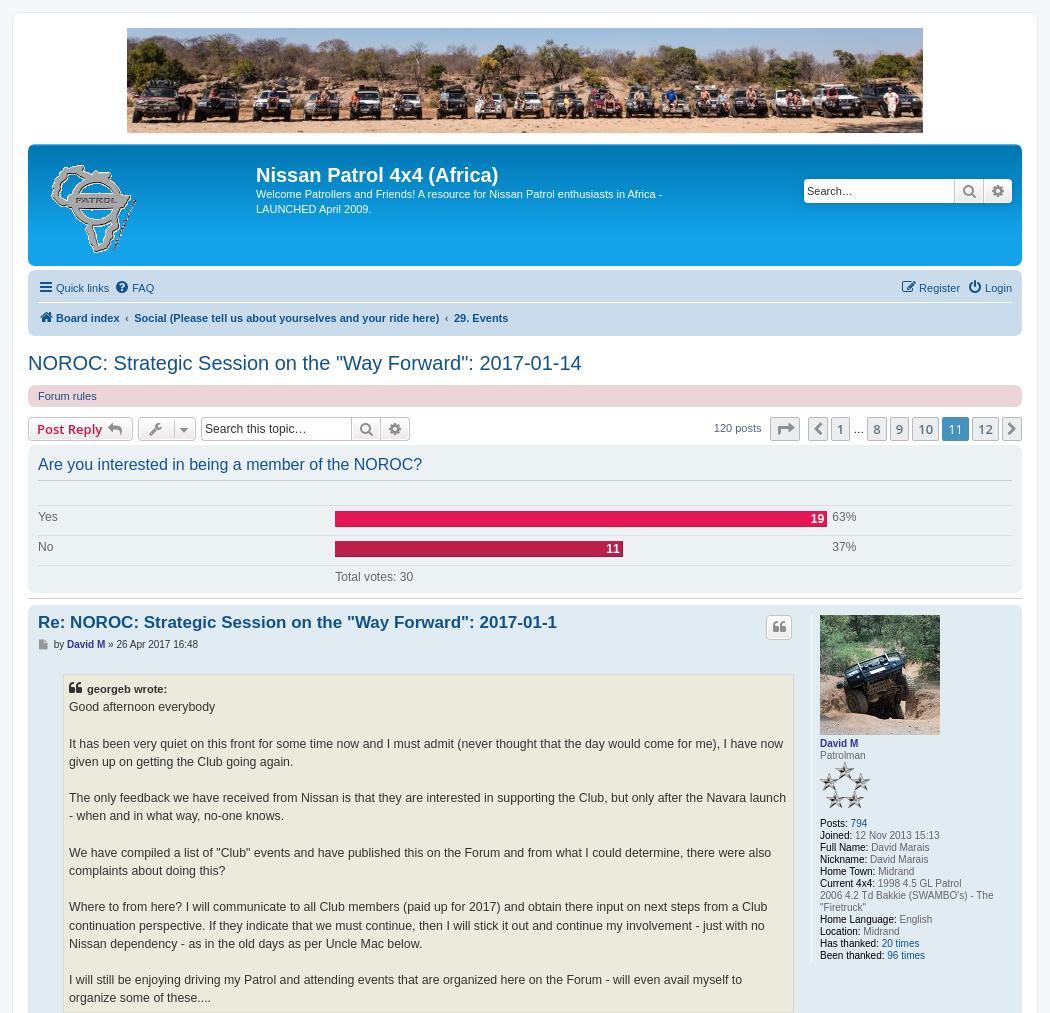  What do you see at coordinates (419, 860) in the screenshot?
I see `'We have compiled a list of "Club" events and have published this on the Forum and from what I could determine, there were also complaints about doing this?'` at bounding box center [419, 860].